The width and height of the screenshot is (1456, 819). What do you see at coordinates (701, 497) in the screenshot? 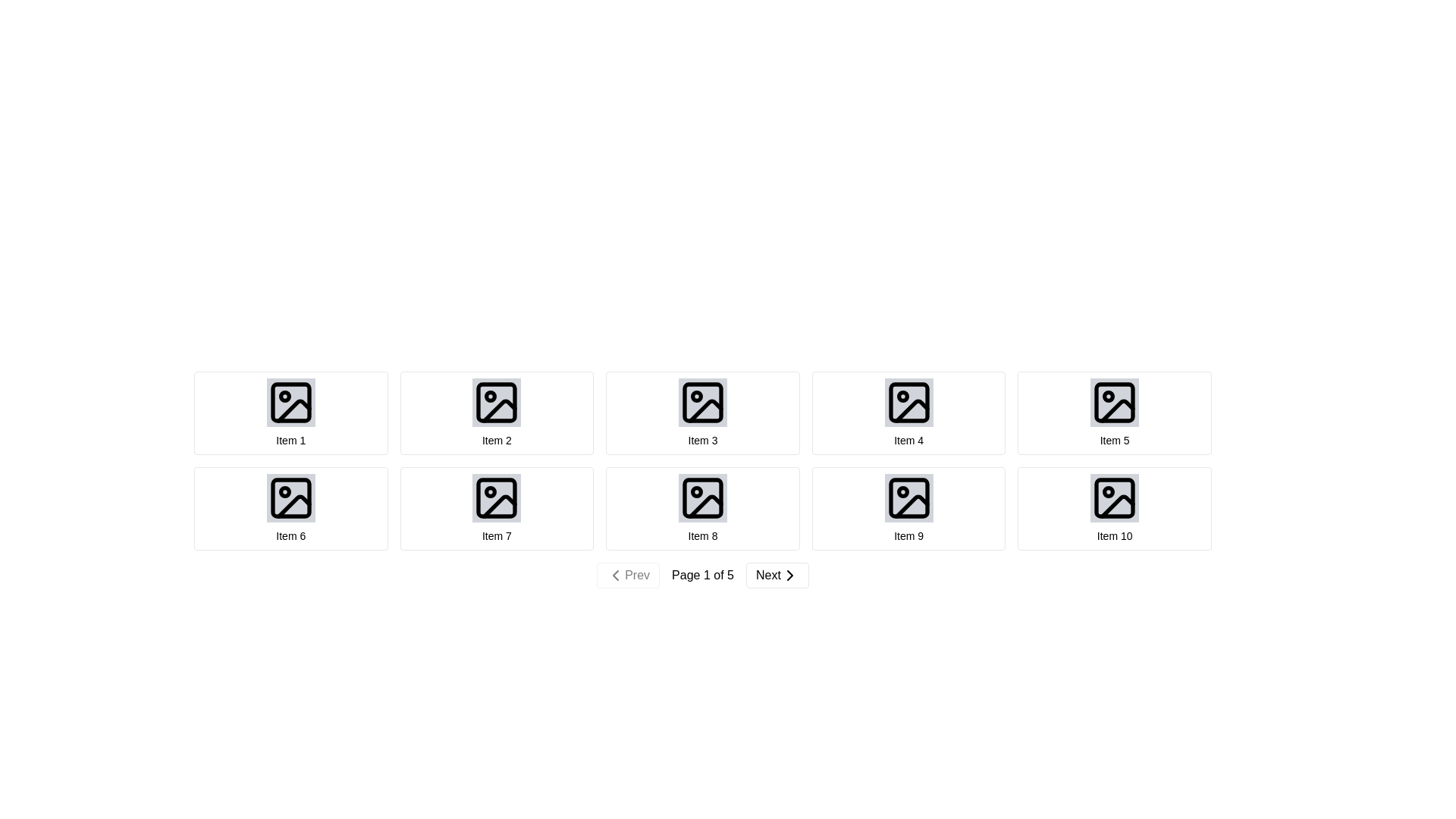
I see `the icon with a gray background and a minimalist design located within the group labeled 'Item 8' in the grid listing` at bounding box center [701, 497].